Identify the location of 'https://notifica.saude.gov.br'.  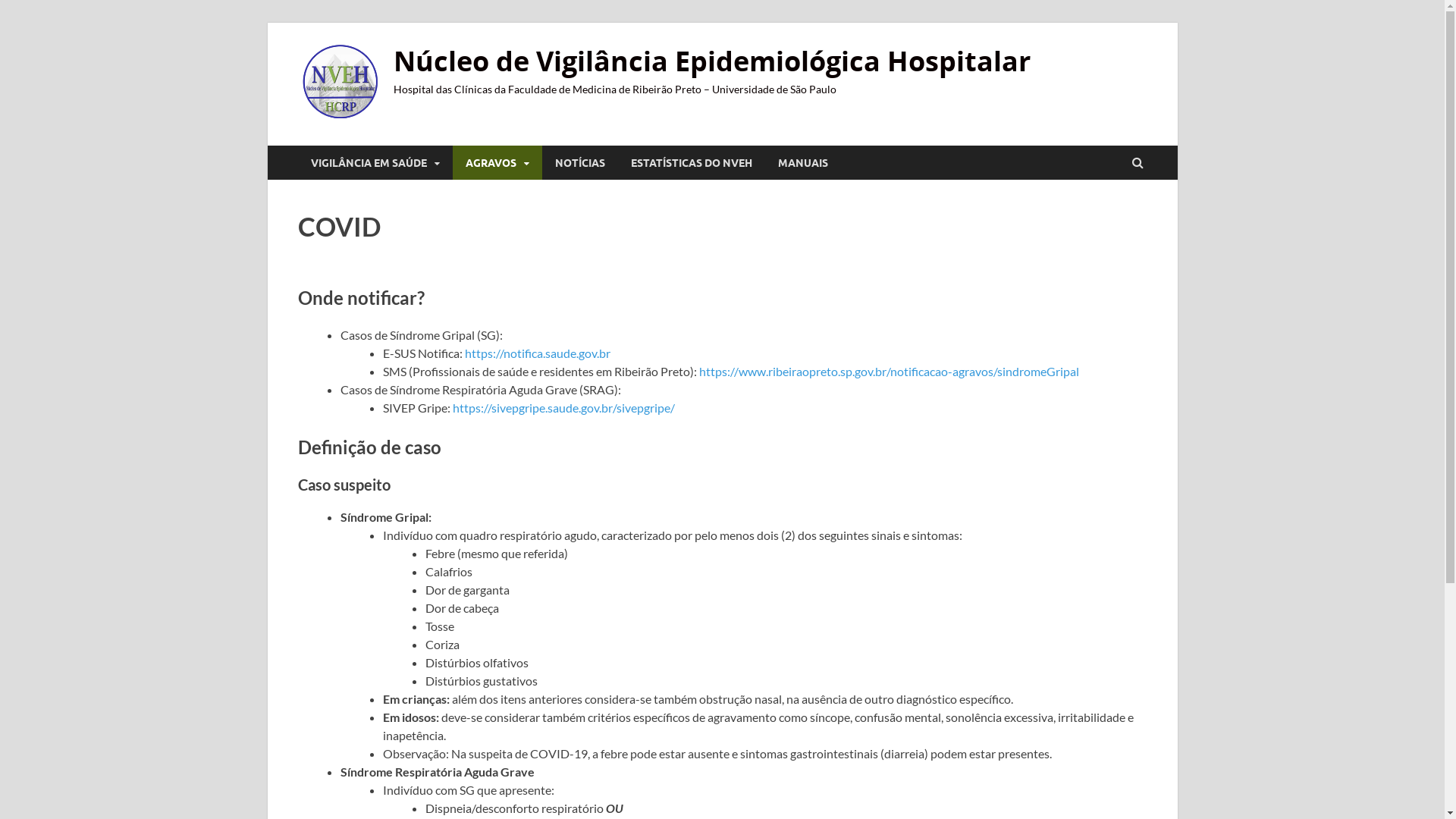
(537, 353).